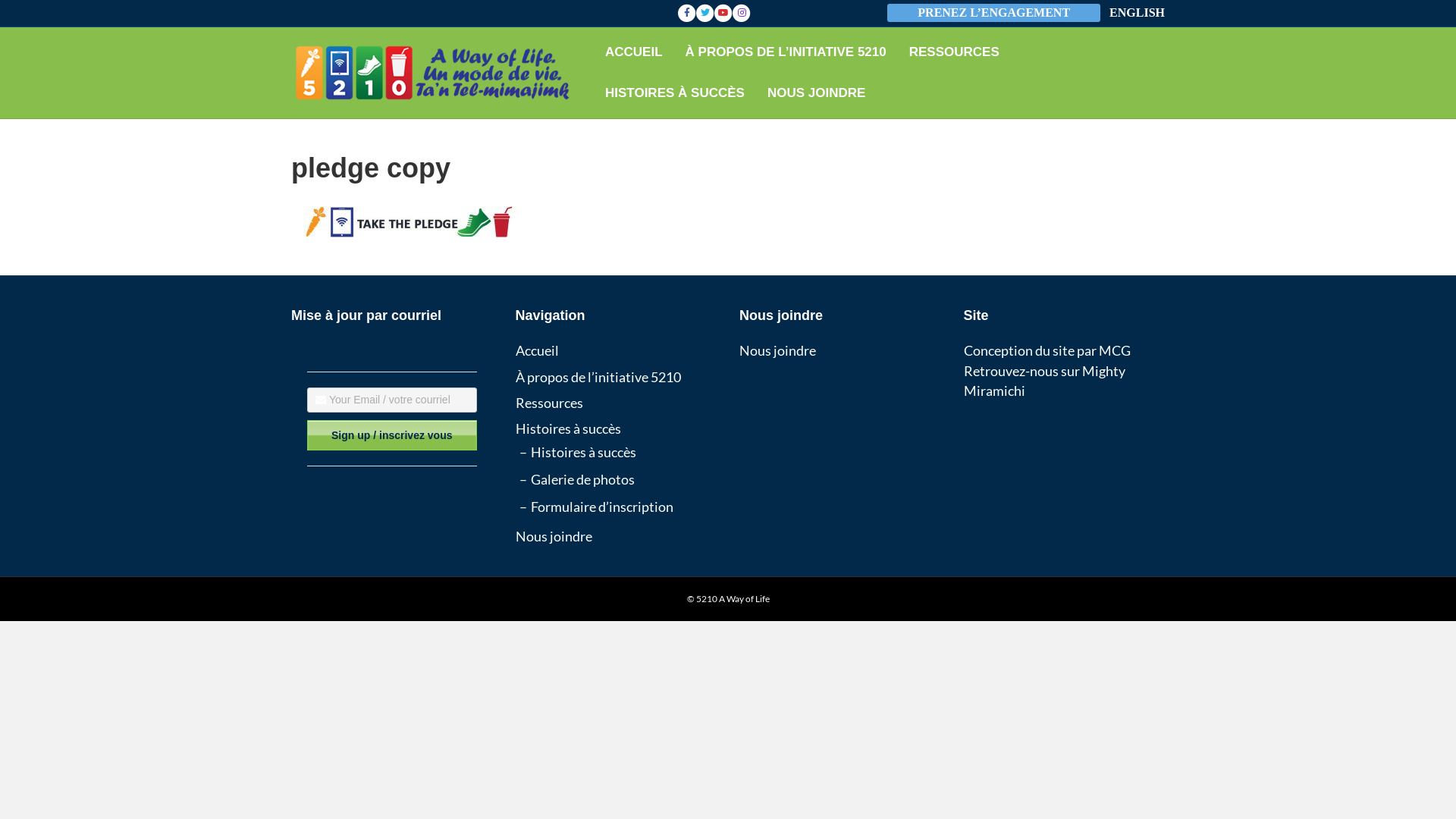 The width and height of the screenshot is (1456, 819). What do you see at coordinates (582, 479) in the screenshot?
I see `'Galerie de photos'` at bounding box center [582, 479].